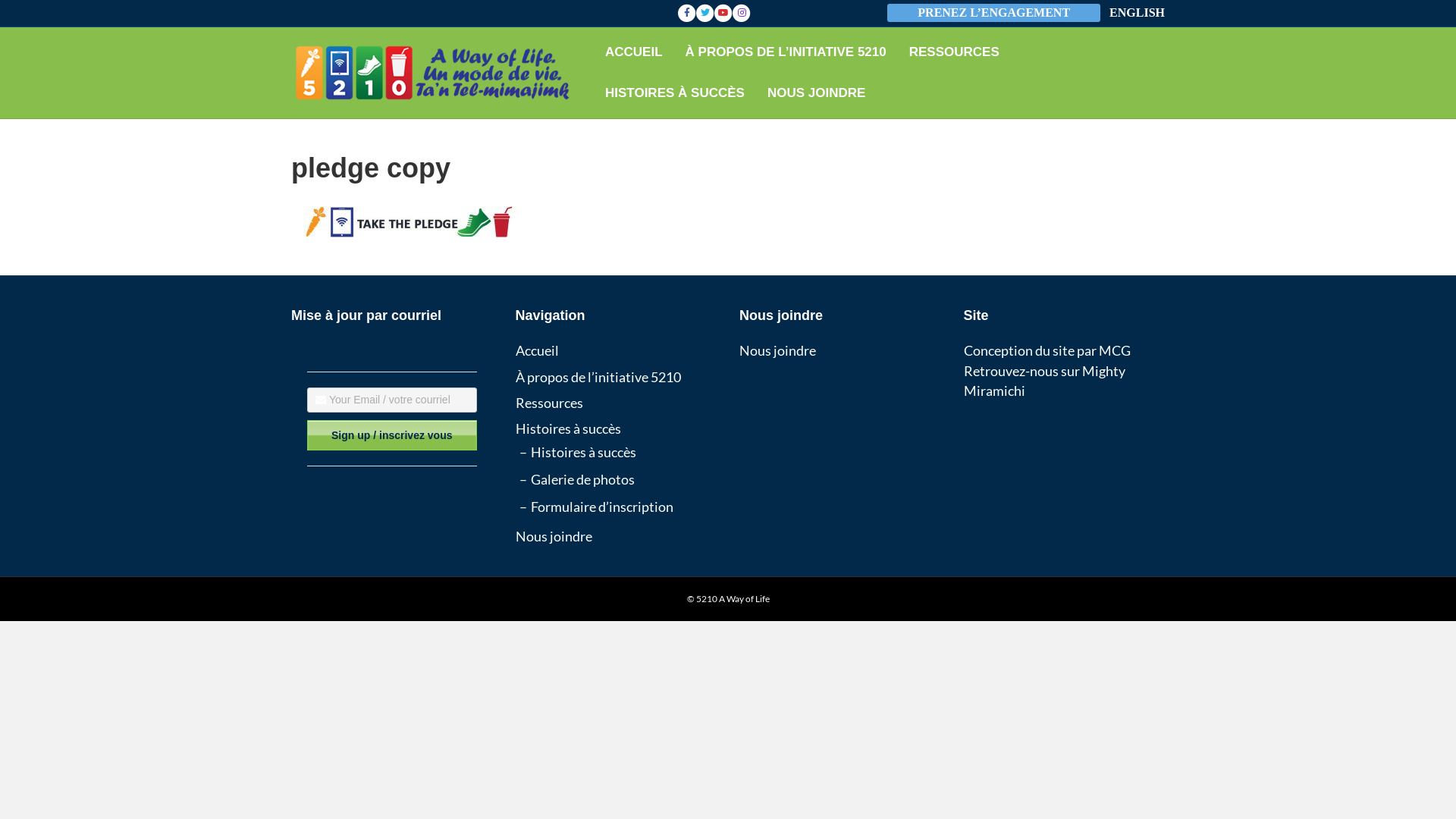 The width and height of the screenshot is (1456, 819). What do you see at coordinates (582, 479) in the screenshot?
I see `'Galerie de photos'` at bounding box center [582, 479].